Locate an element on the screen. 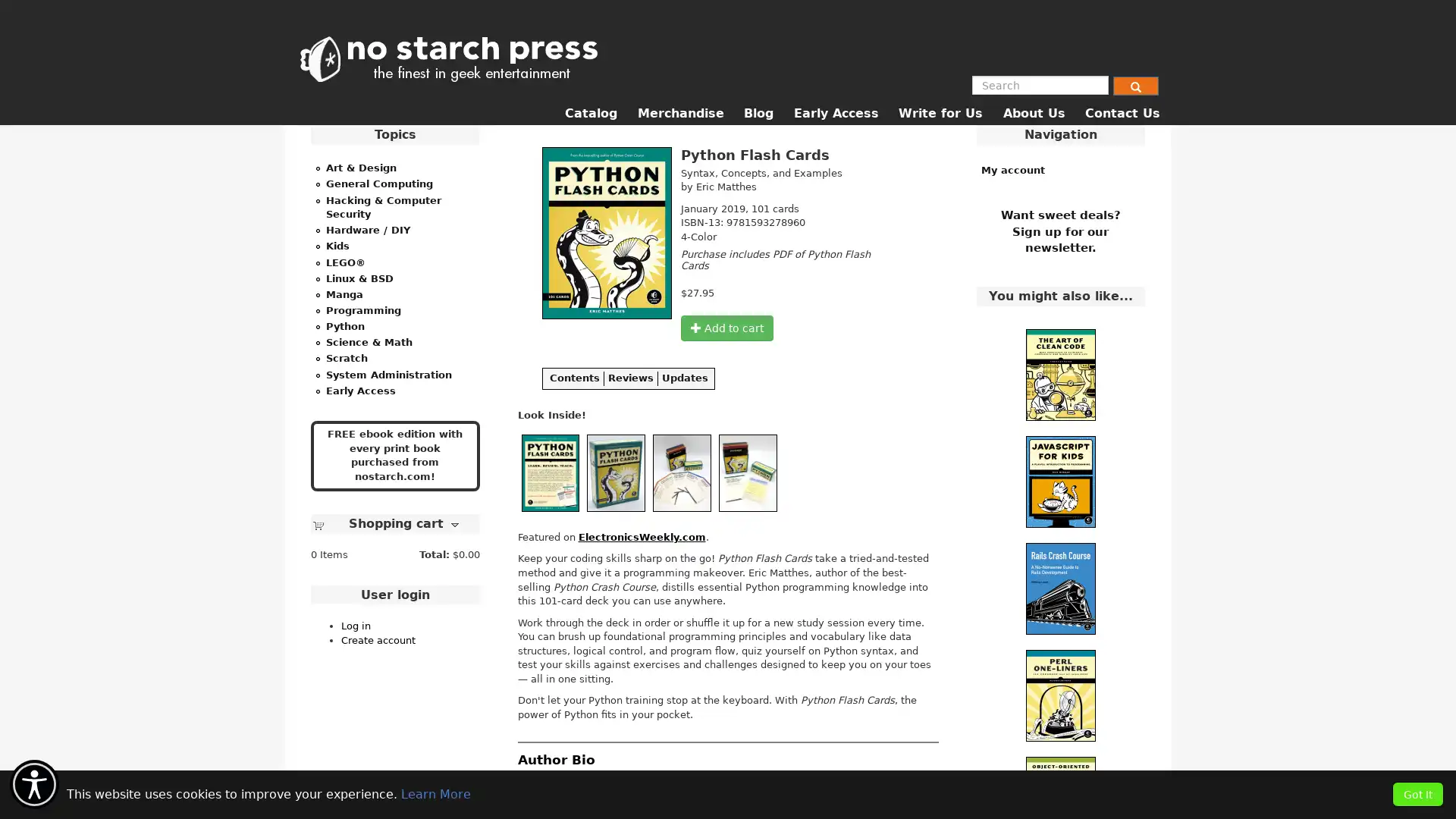 The height and width of the screenshot is (819, 1456). Got It is located at coordinates (1417, 793).